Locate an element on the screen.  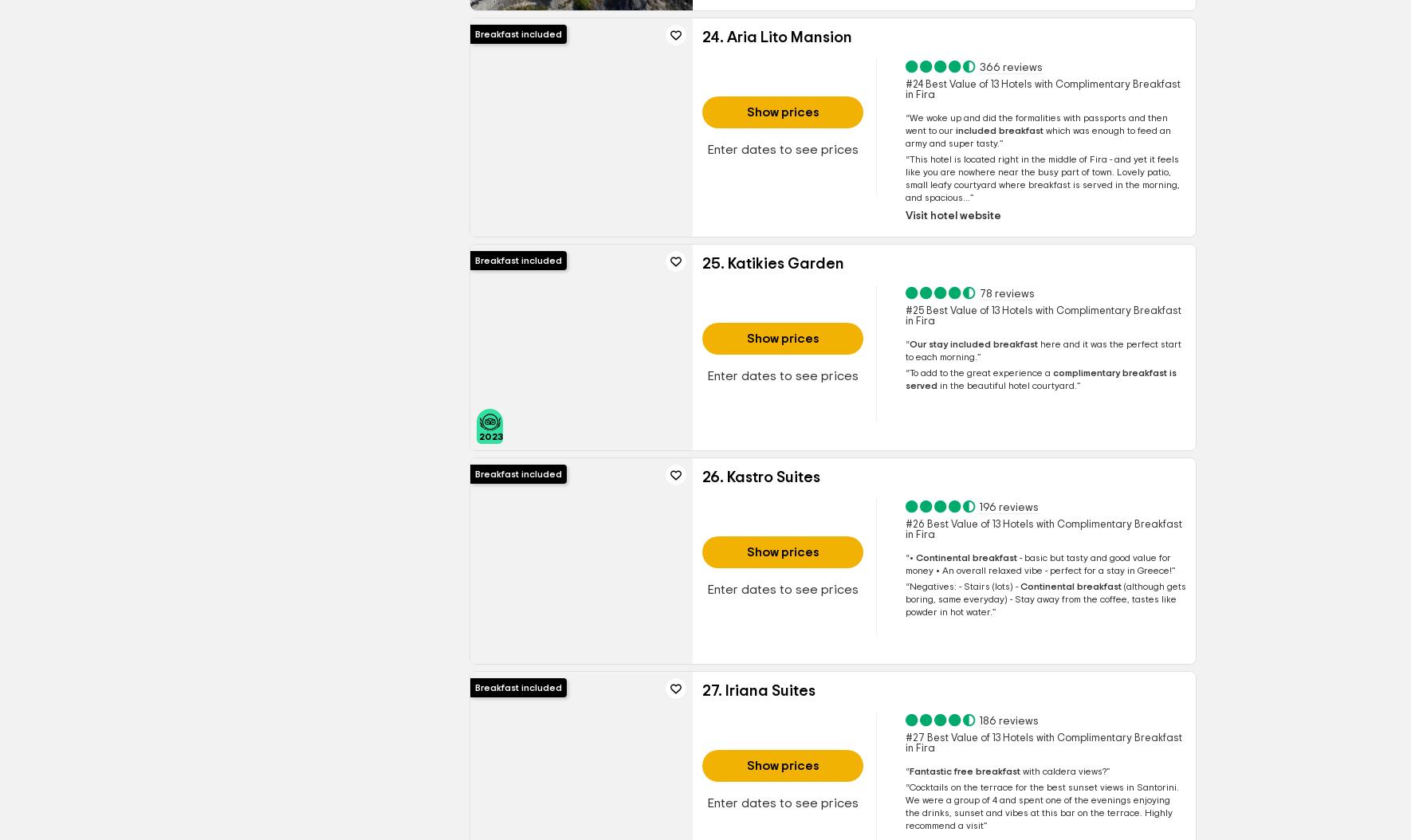
'24. Aria Lito Mansion' is located at coordinates (776, 37).